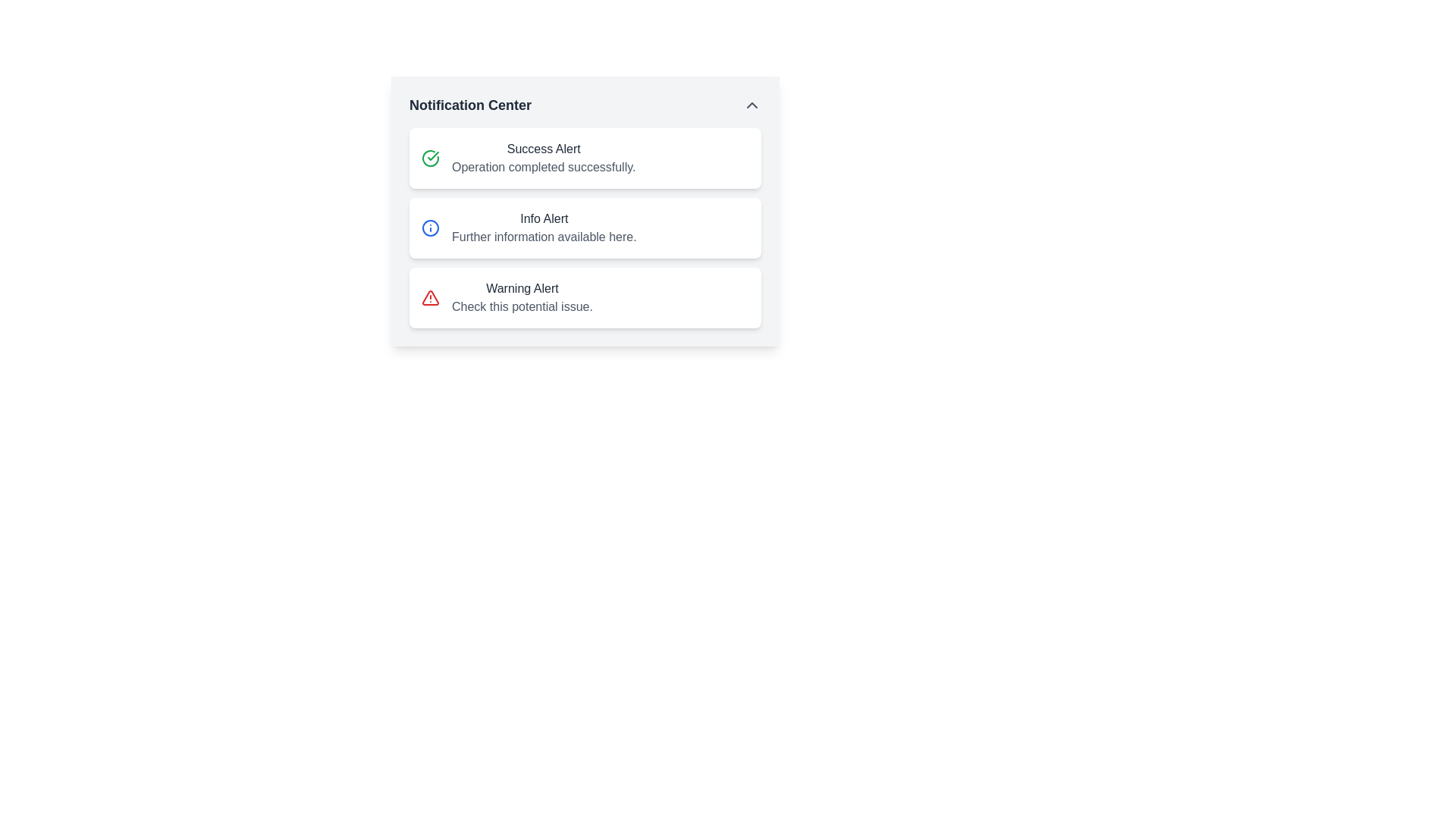 Image resolution: width=1456 pixels, height=819 pixels. What do you see at coordinates (585, 227) in the screenshot?
I see `the links present in the Information Alert Card, which features a blue 'i' icon, bold 'Info Alert' text, and additional information in dark gray` at bounding box center [585, 227].